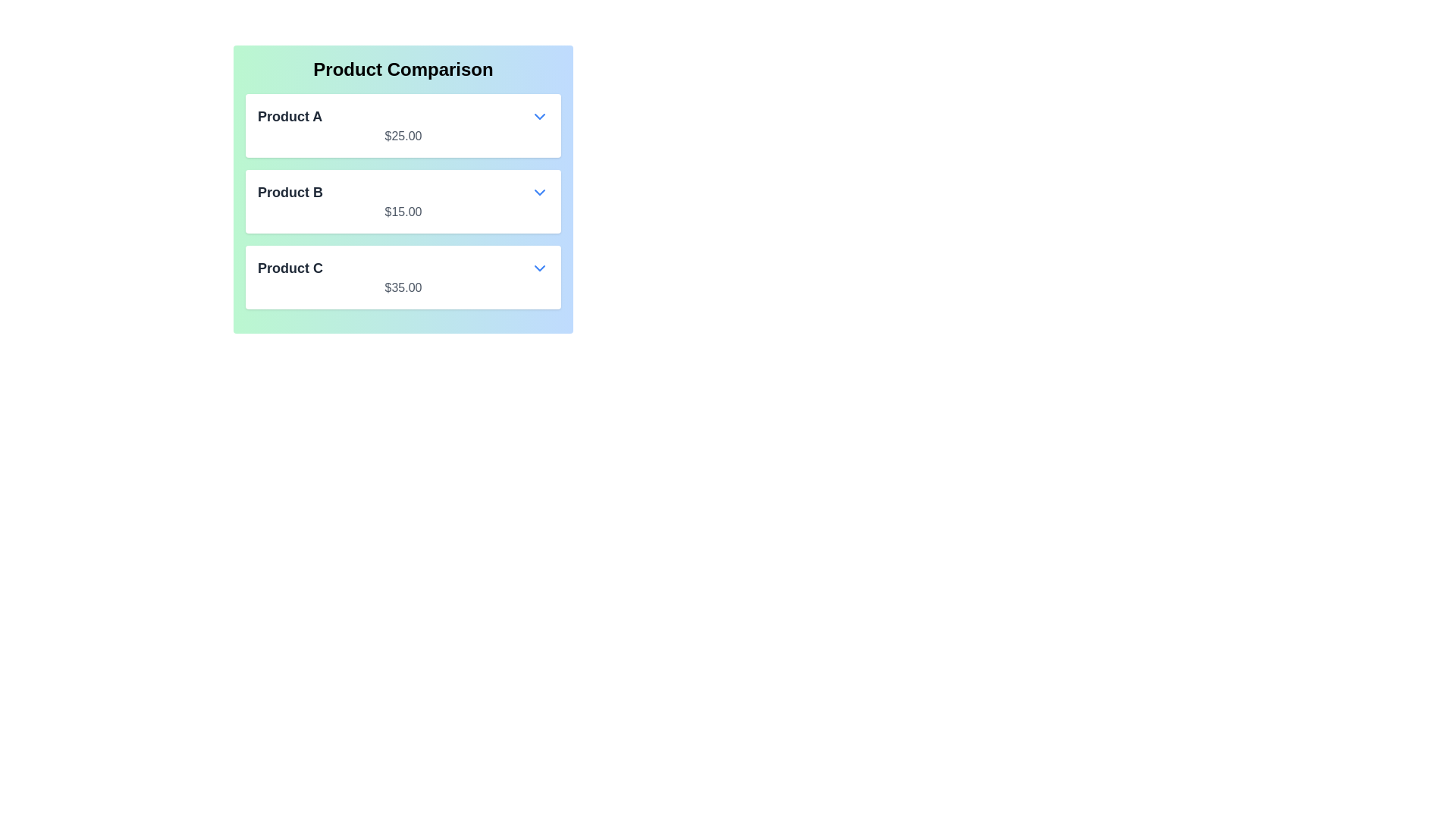 This screenshot has width=1456, height=819. What do you see at coordinates (403, 278) in the screenshot?
I see `the third product entry in the 'Product Comparison' list that displays product name and price with a dropdown indicator` at bounding box center [403, 278].